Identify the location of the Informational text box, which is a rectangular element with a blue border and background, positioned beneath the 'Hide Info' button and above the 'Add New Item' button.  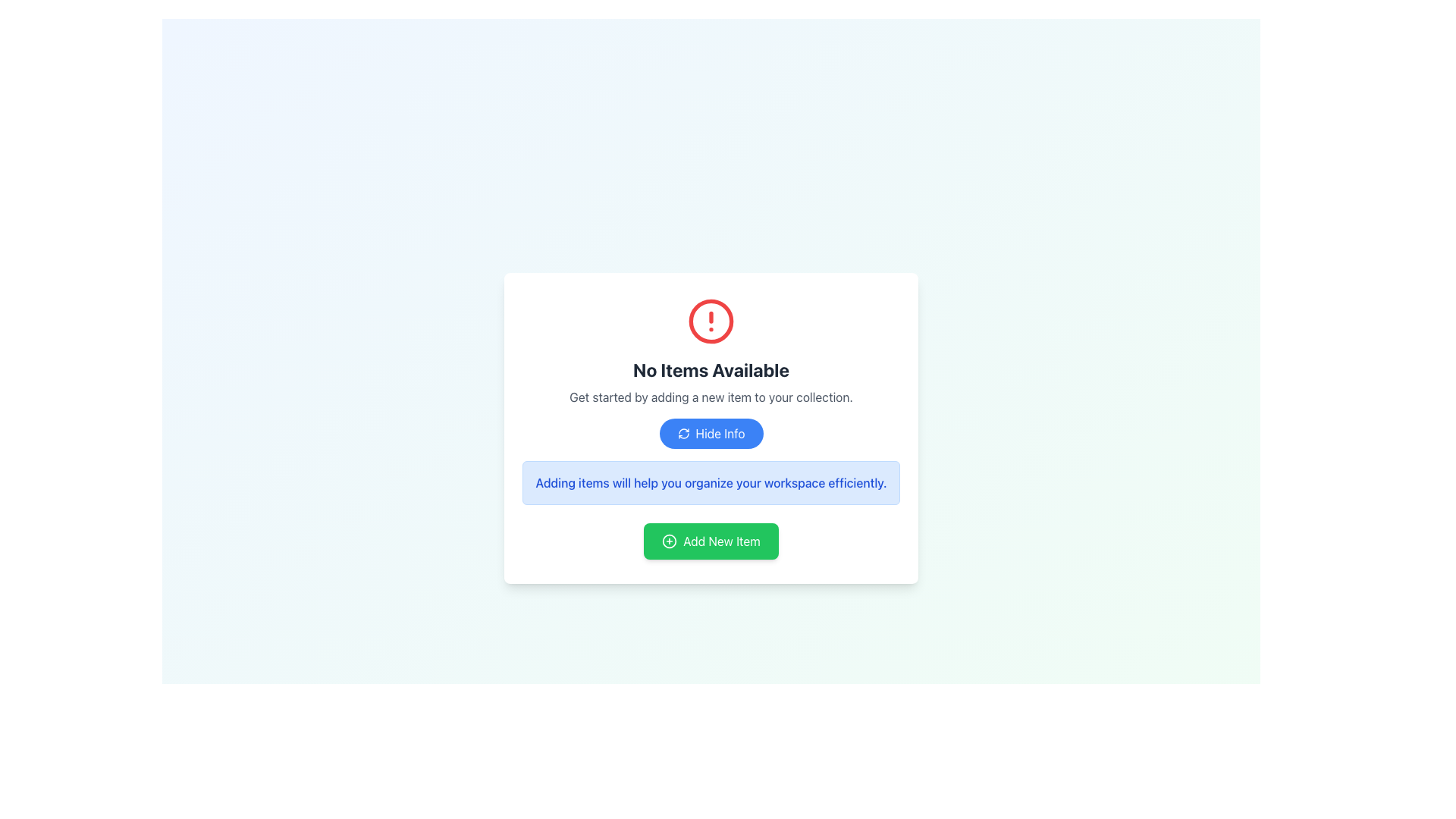
(710, 482).